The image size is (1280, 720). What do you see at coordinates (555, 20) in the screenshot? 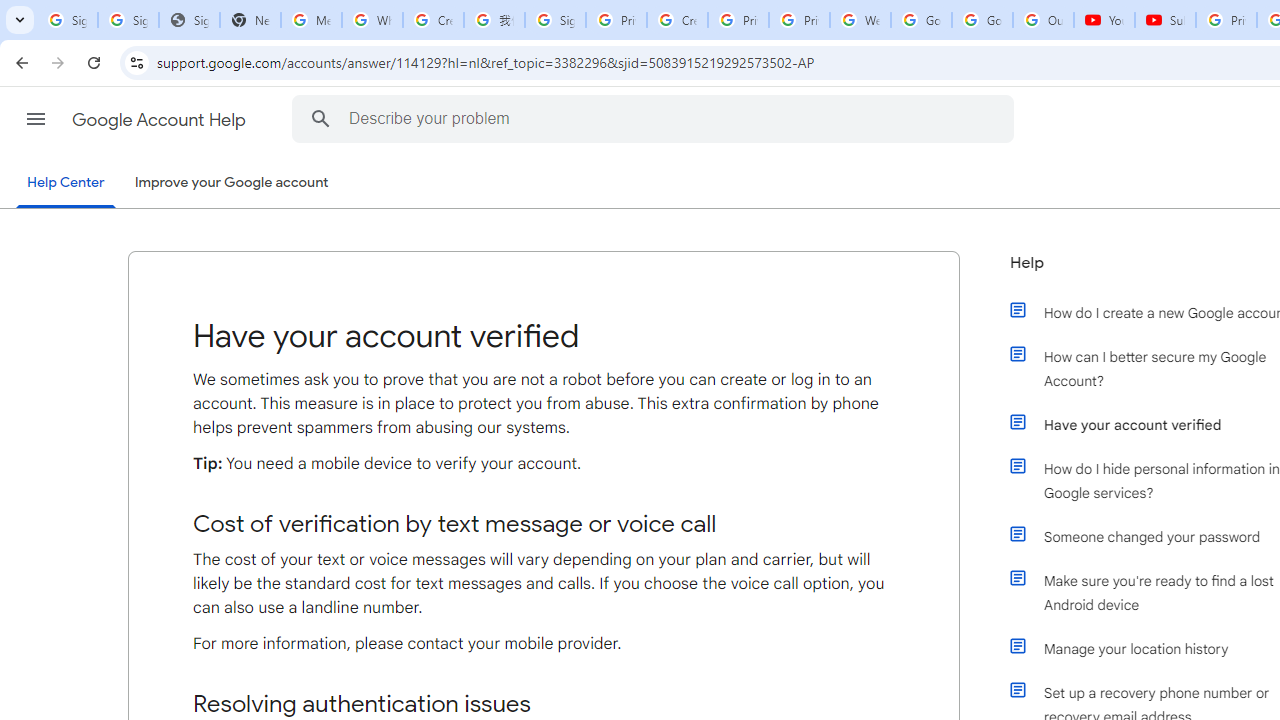
I see `'Sign in - Google Accounts'` at bounding box center [555, 20].